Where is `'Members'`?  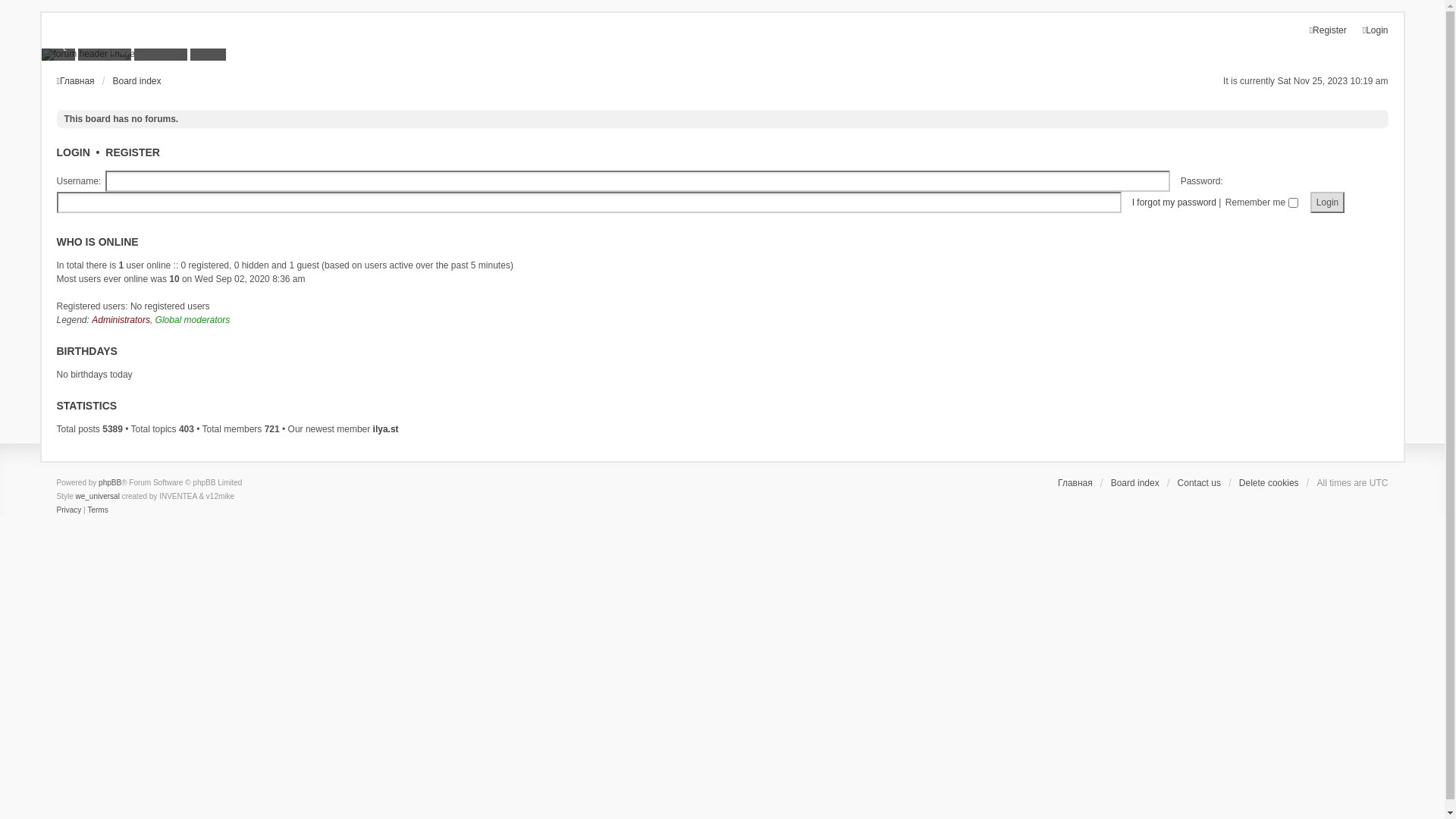
'Members' is located at coordinates (104, 44).